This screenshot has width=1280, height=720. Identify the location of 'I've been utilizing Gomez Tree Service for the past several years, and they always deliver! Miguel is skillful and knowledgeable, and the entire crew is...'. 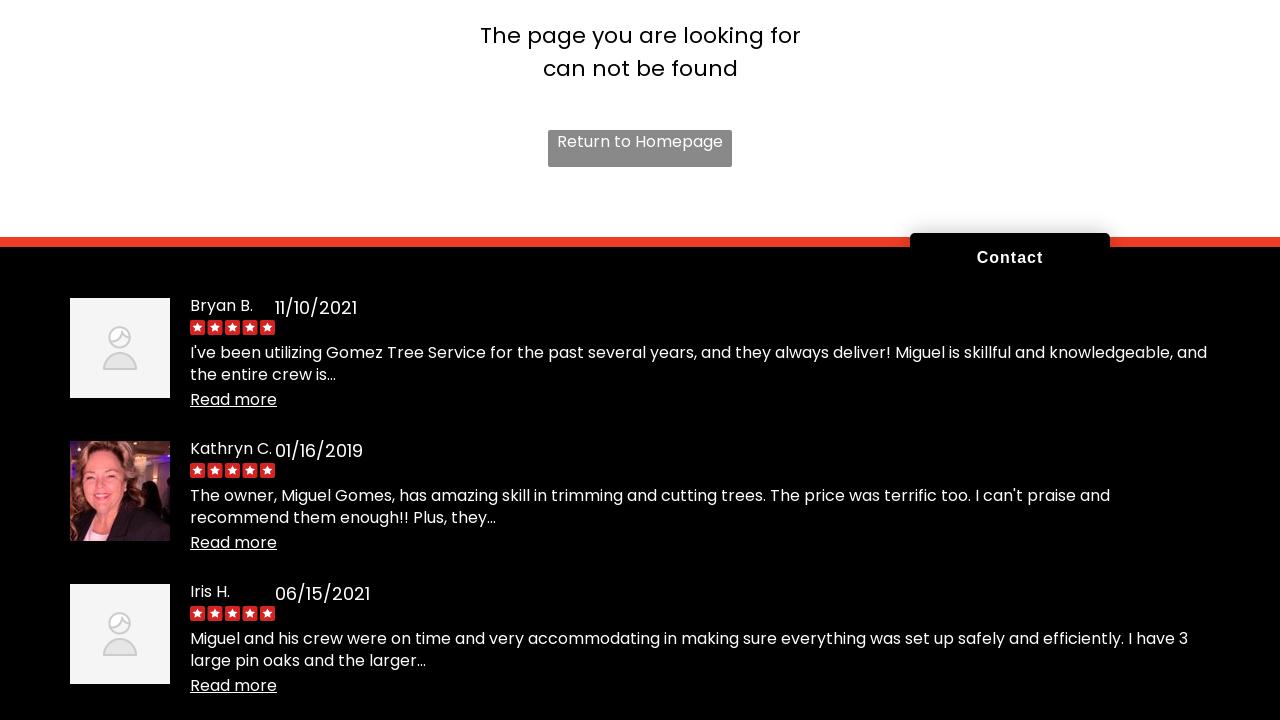
(189, 362).